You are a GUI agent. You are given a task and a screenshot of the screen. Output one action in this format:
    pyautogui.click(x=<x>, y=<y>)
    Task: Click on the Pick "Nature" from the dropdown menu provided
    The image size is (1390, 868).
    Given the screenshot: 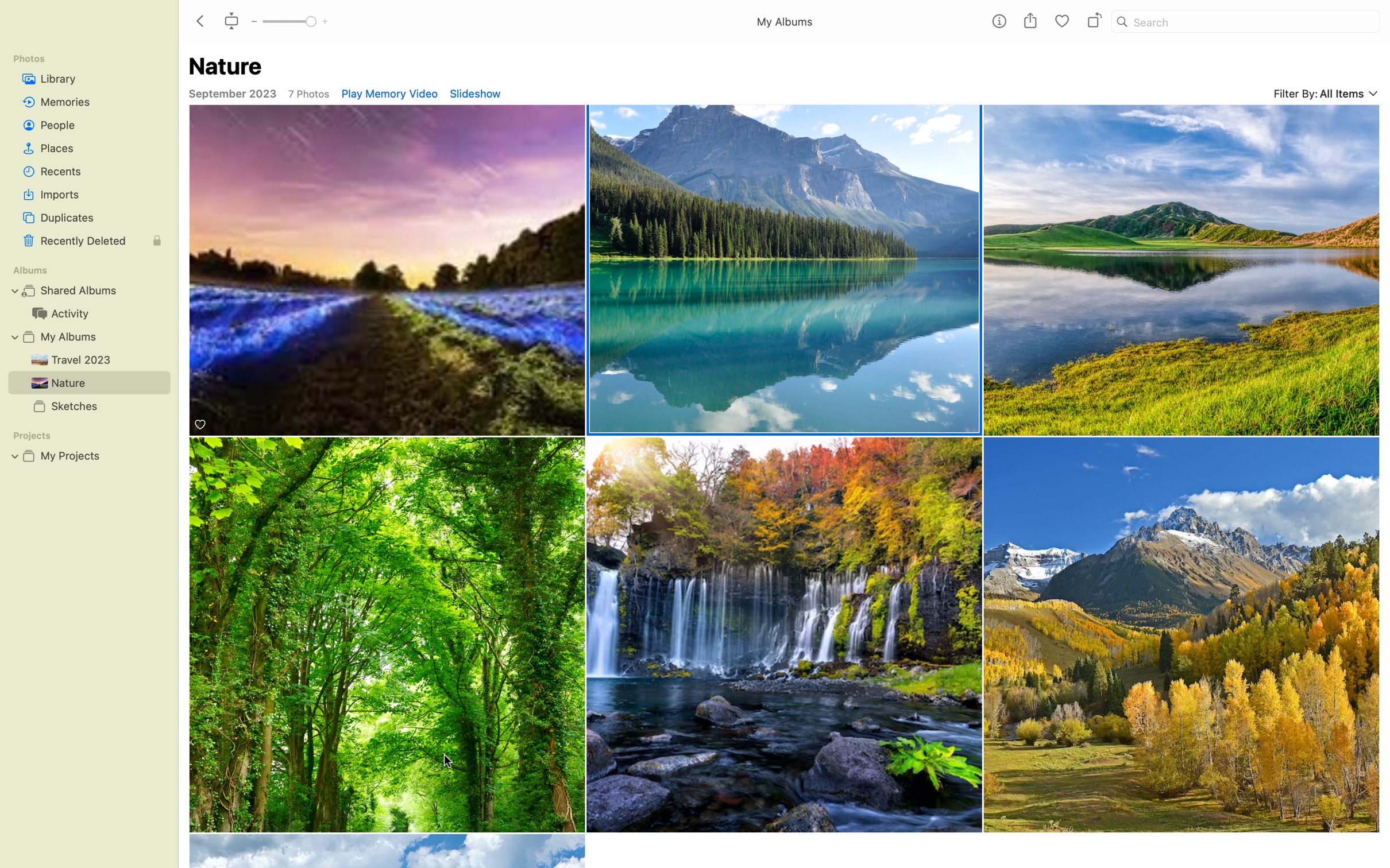 What is the action you would take?
    pyautogui.click(x=785, y=269)
    